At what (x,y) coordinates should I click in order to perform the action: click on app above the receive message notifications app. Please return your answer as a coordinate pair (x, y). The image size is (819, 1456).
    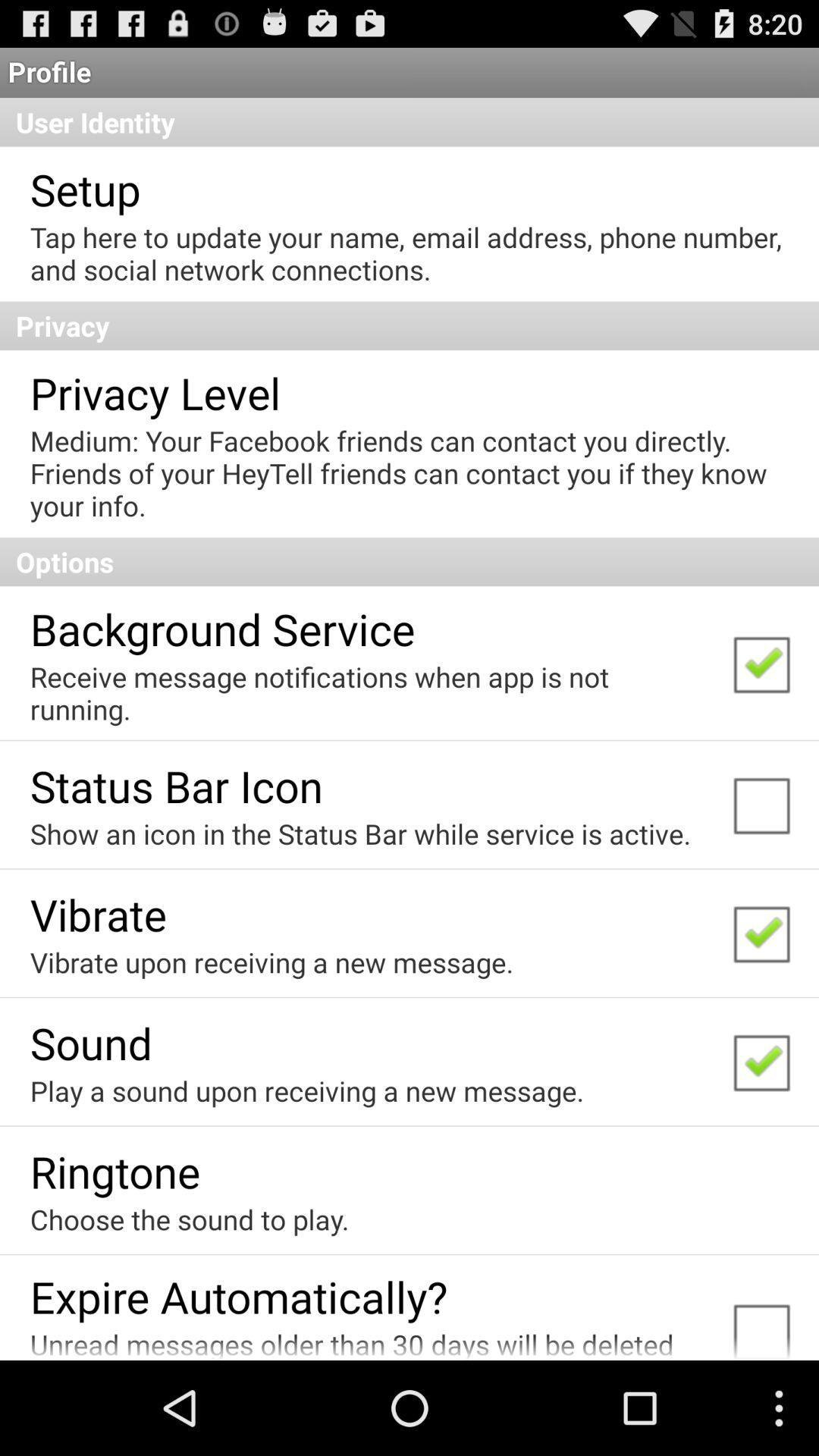
    Looking at the image, I should click on (222, 629).